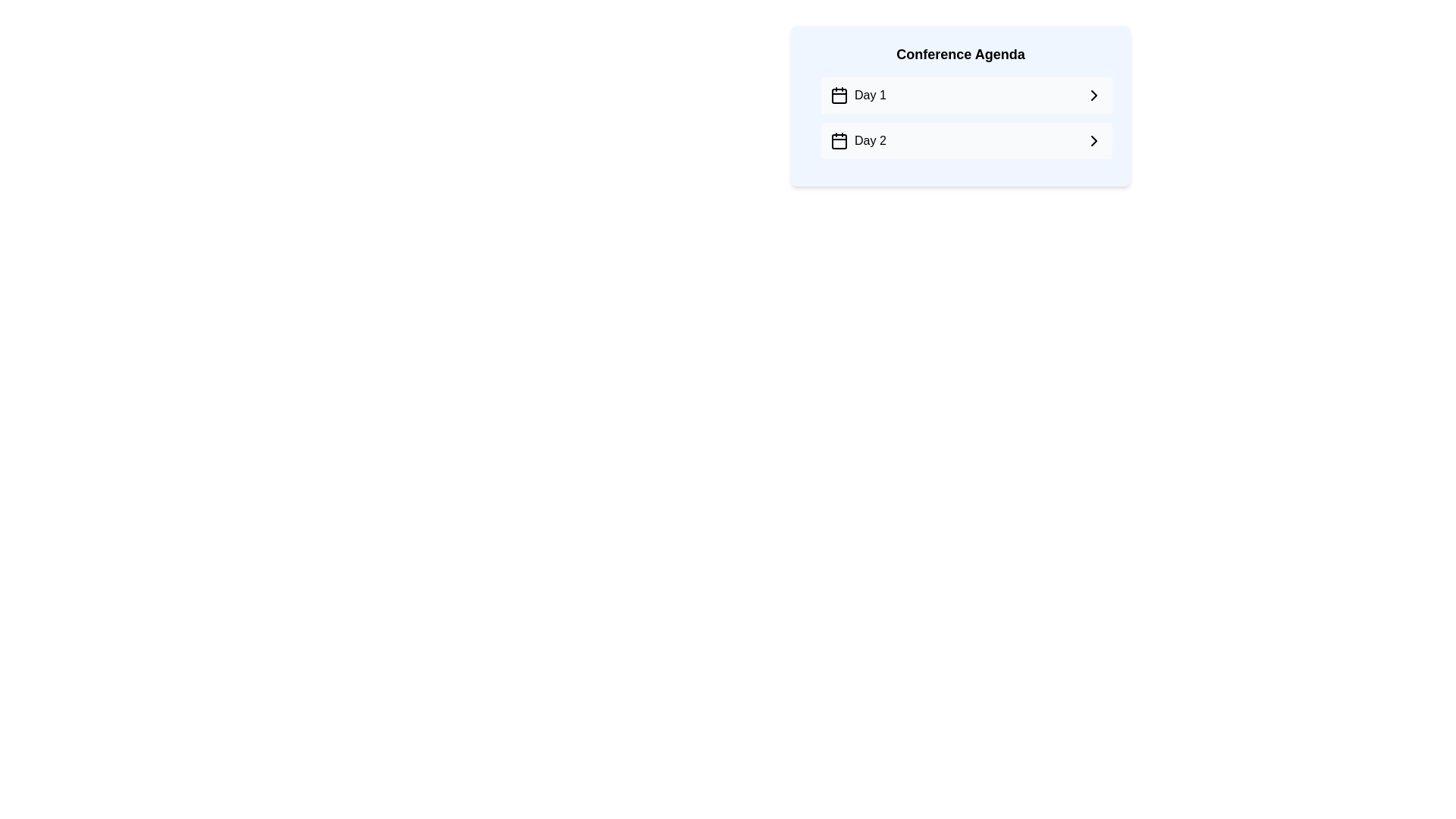  I want to click on the chevron icon associated with 'Day 1', so click(1094, 96).